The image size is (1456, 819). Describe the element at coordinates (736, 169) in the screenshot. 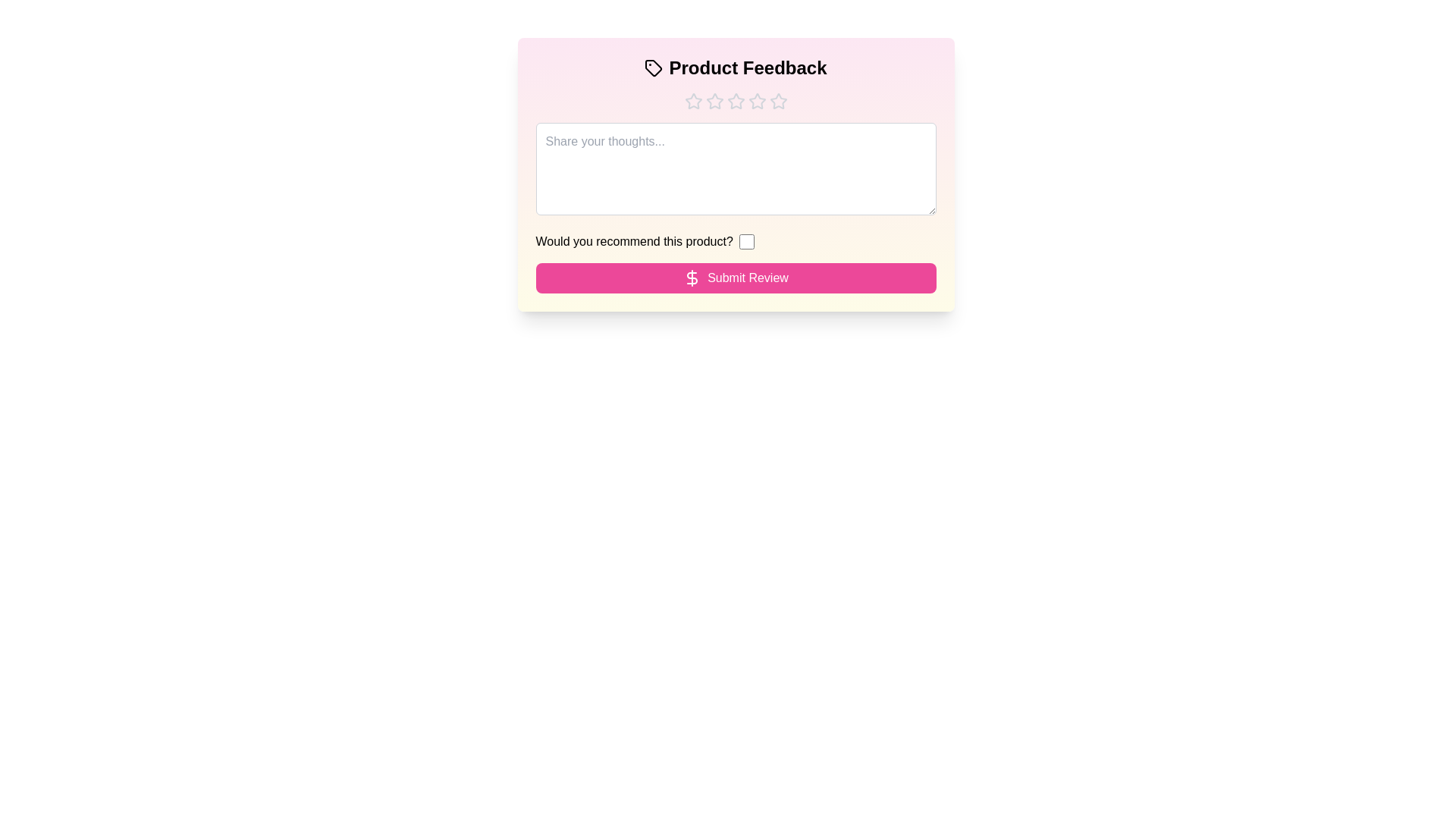

I see `the text area and type the feedback text` at that location.